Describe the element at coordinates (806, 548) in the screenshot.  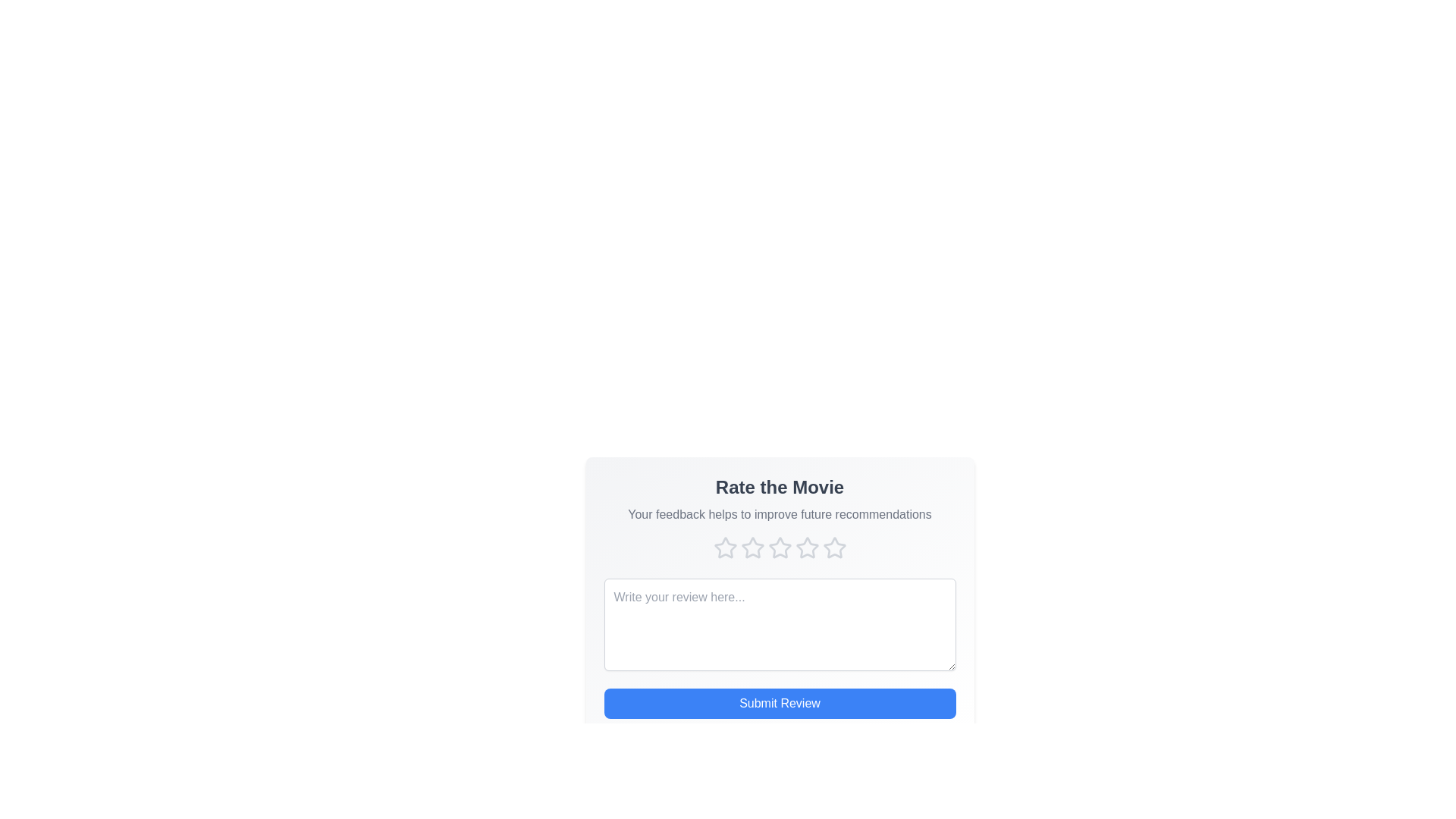
I see `the fourth star in the star rating icon row` at that location.